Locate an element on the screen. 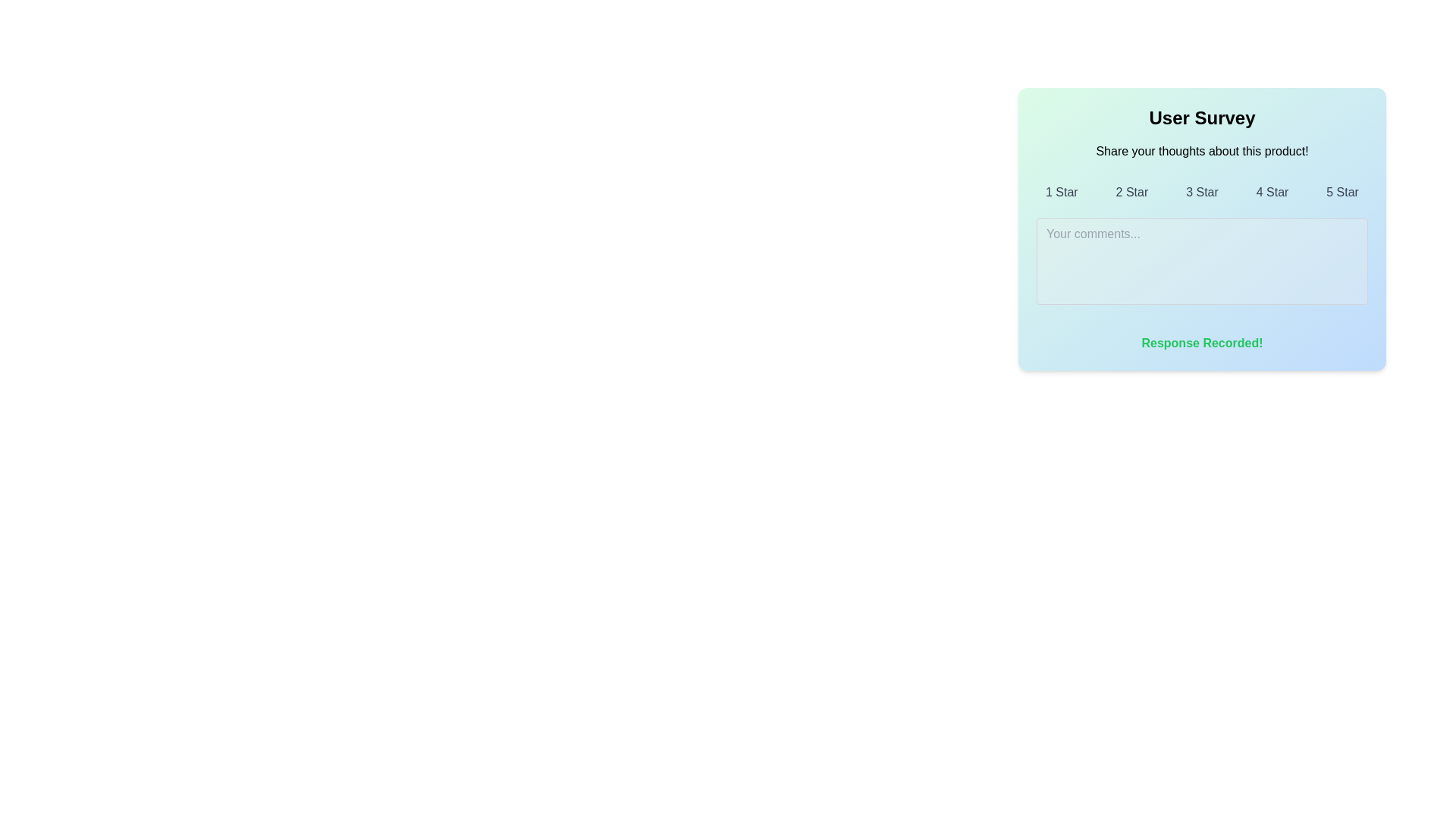  the static text label reading 'Response Recorded!' styled in green at the bottom of the user survey section is located at coordinates (1201, 343).